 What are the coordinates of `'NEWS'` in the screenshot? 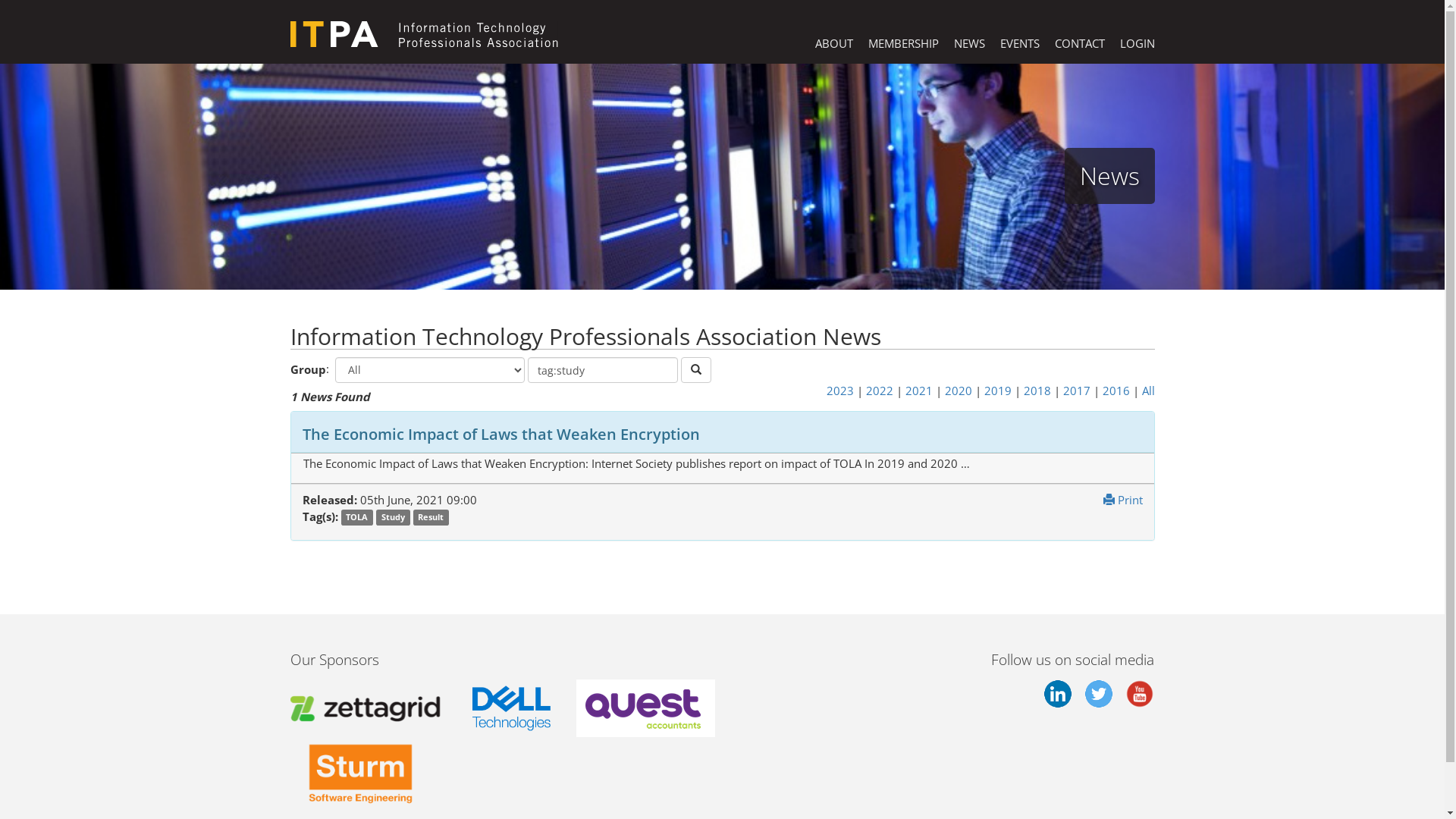 It's located at (968, 42).